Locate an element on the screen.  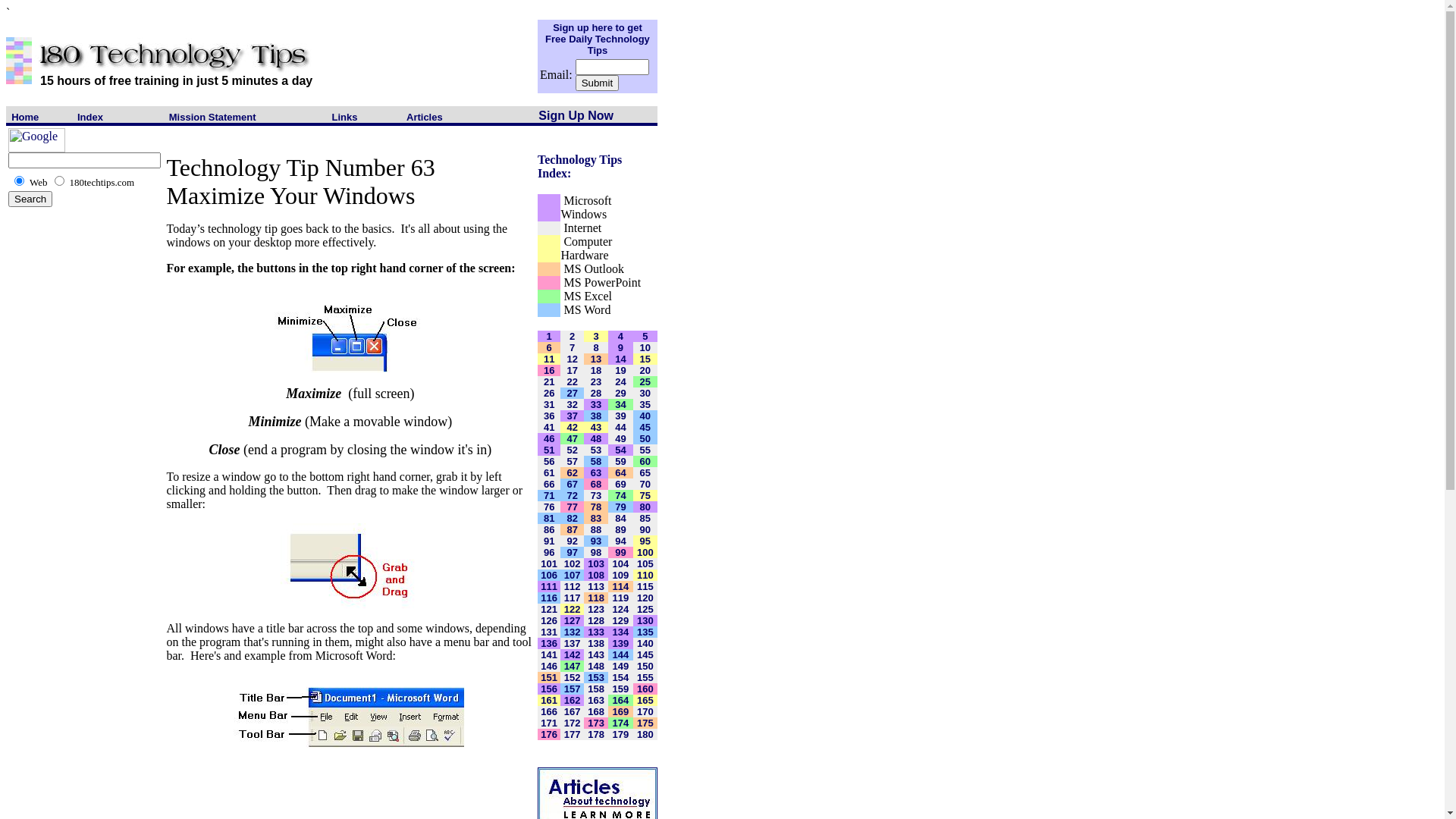
'86' is located at coordinates (548, 529).